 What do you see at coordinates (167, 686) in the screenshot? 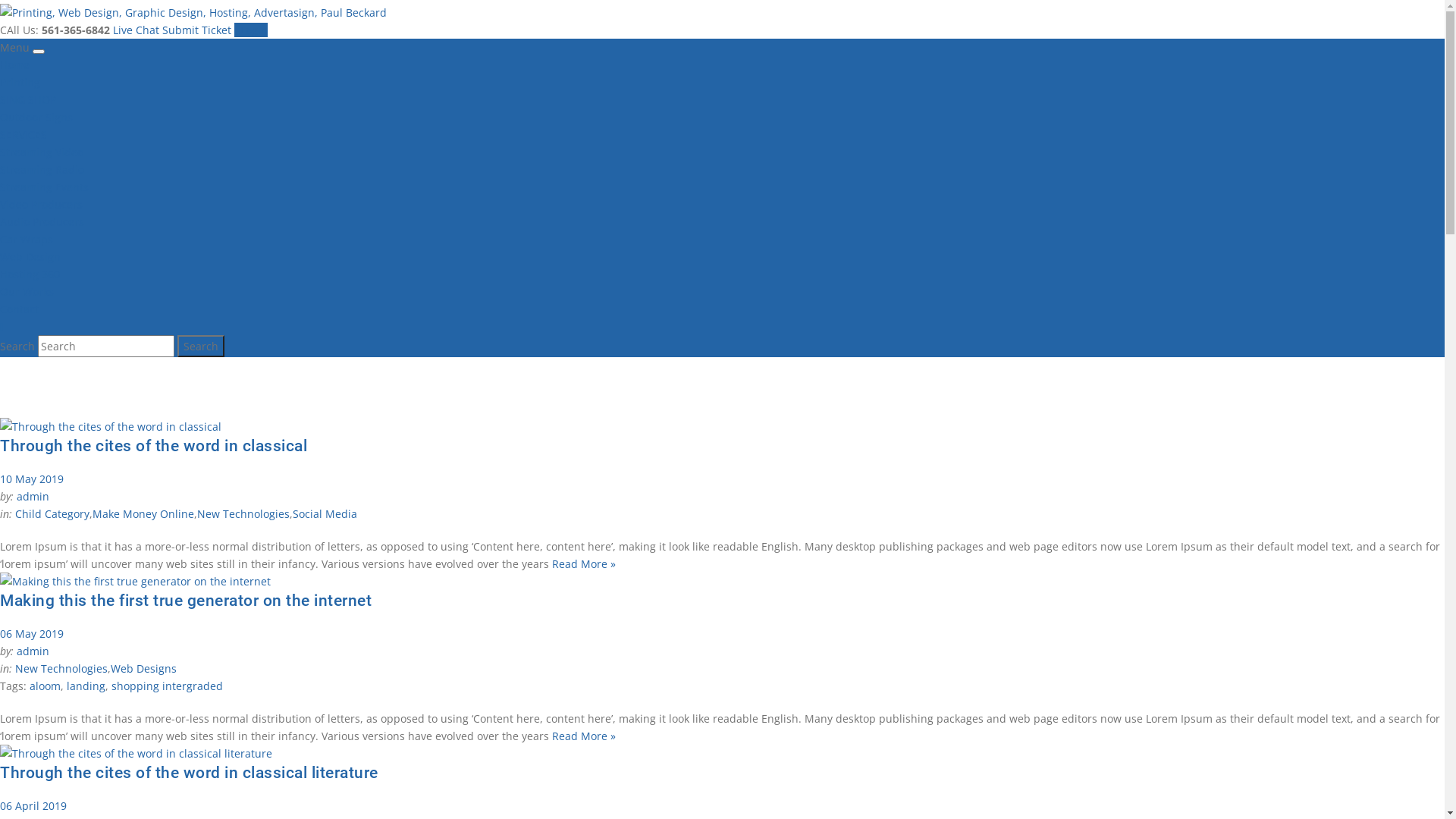
I see `'shopping intergraded'` at bounding box center [167, 686].